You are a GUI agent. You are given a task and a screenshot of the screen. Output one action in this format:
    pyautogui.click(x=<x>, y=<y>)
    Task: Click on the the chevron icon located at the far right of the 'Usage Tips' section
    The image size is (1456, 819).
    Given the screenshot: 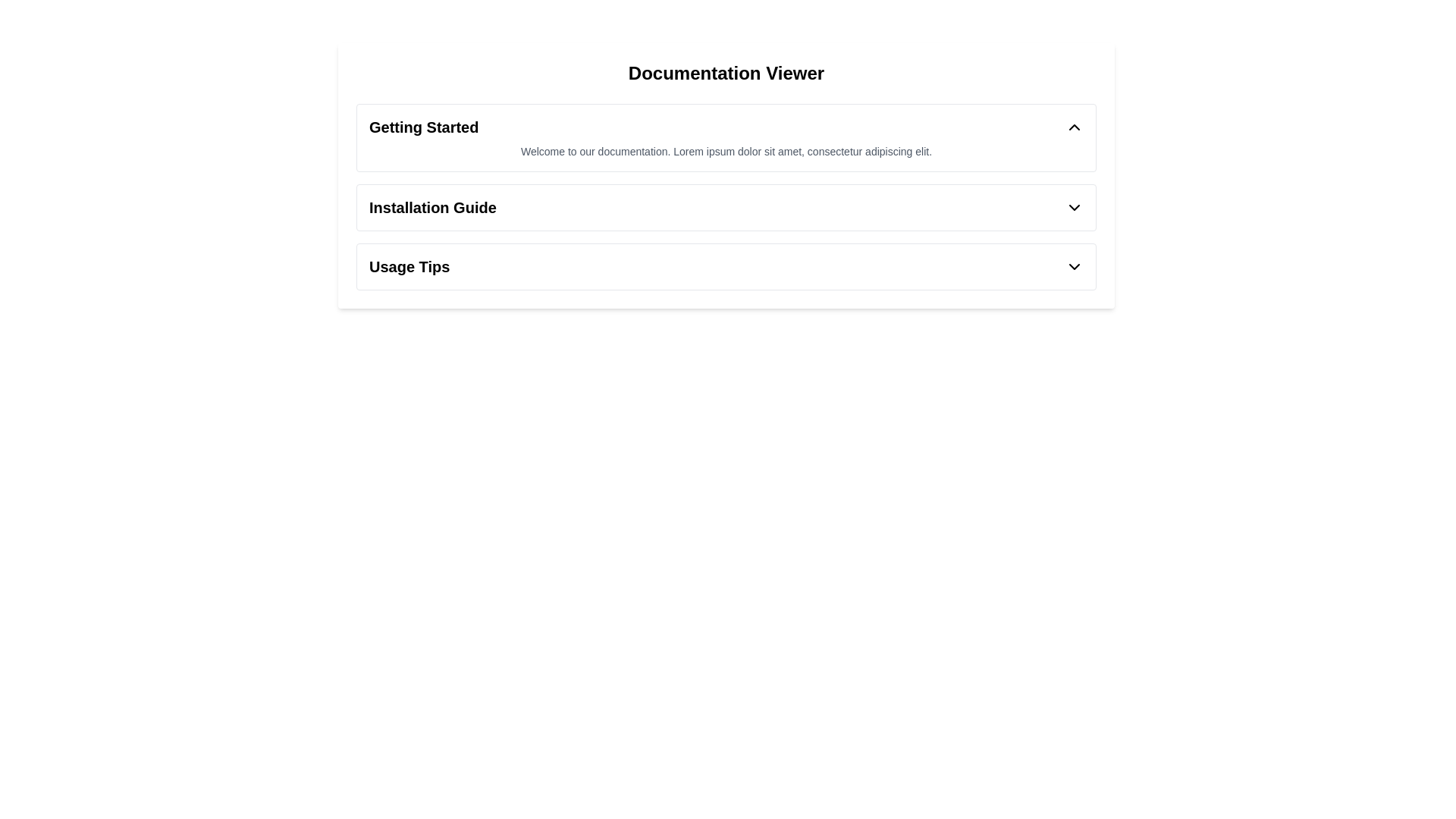 What is the action you would take?
    pyautogui.click(x=1073, y=265)
    